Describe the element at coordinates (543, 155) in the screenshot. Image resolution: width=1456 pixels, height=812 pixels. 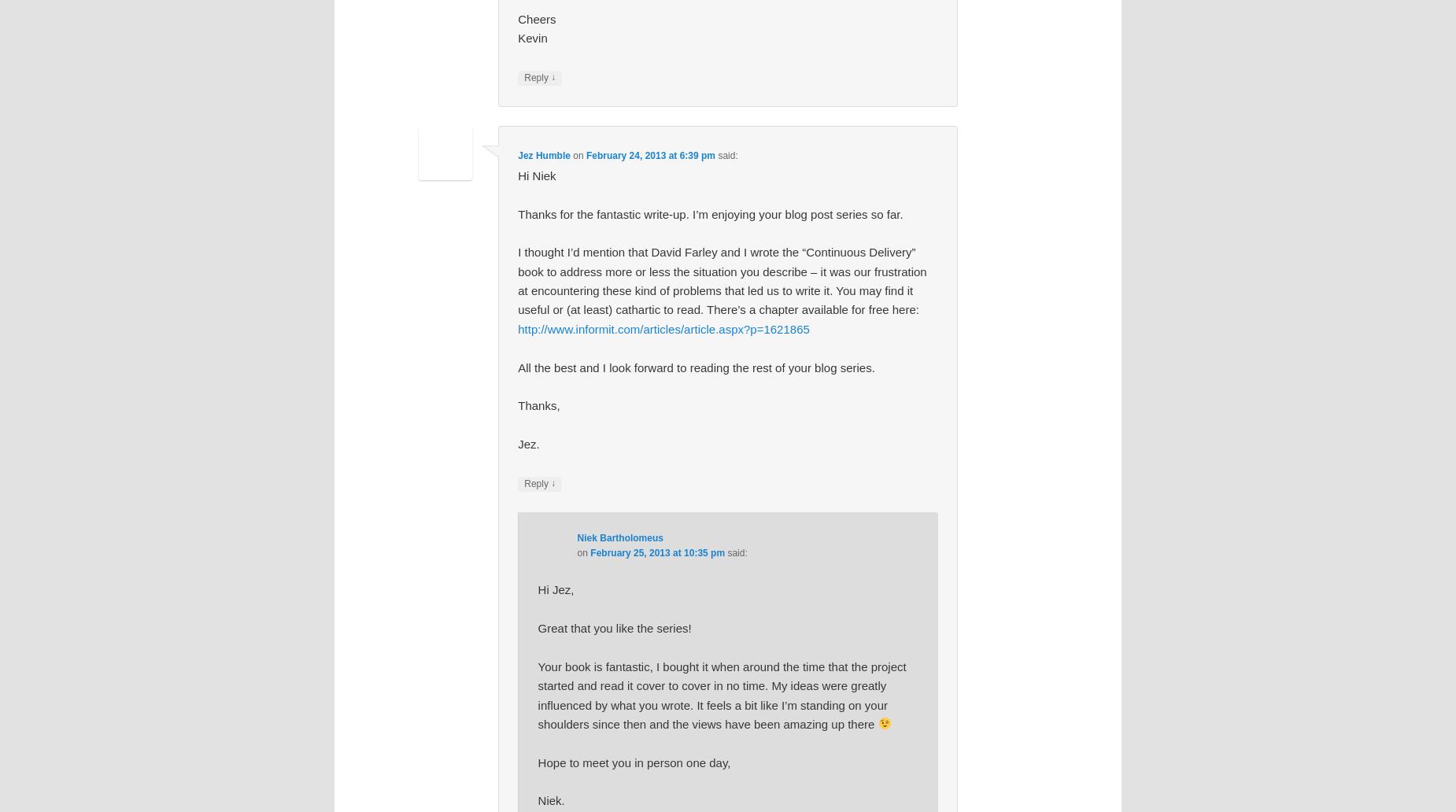
I see `'Jez Humble'` at that location.